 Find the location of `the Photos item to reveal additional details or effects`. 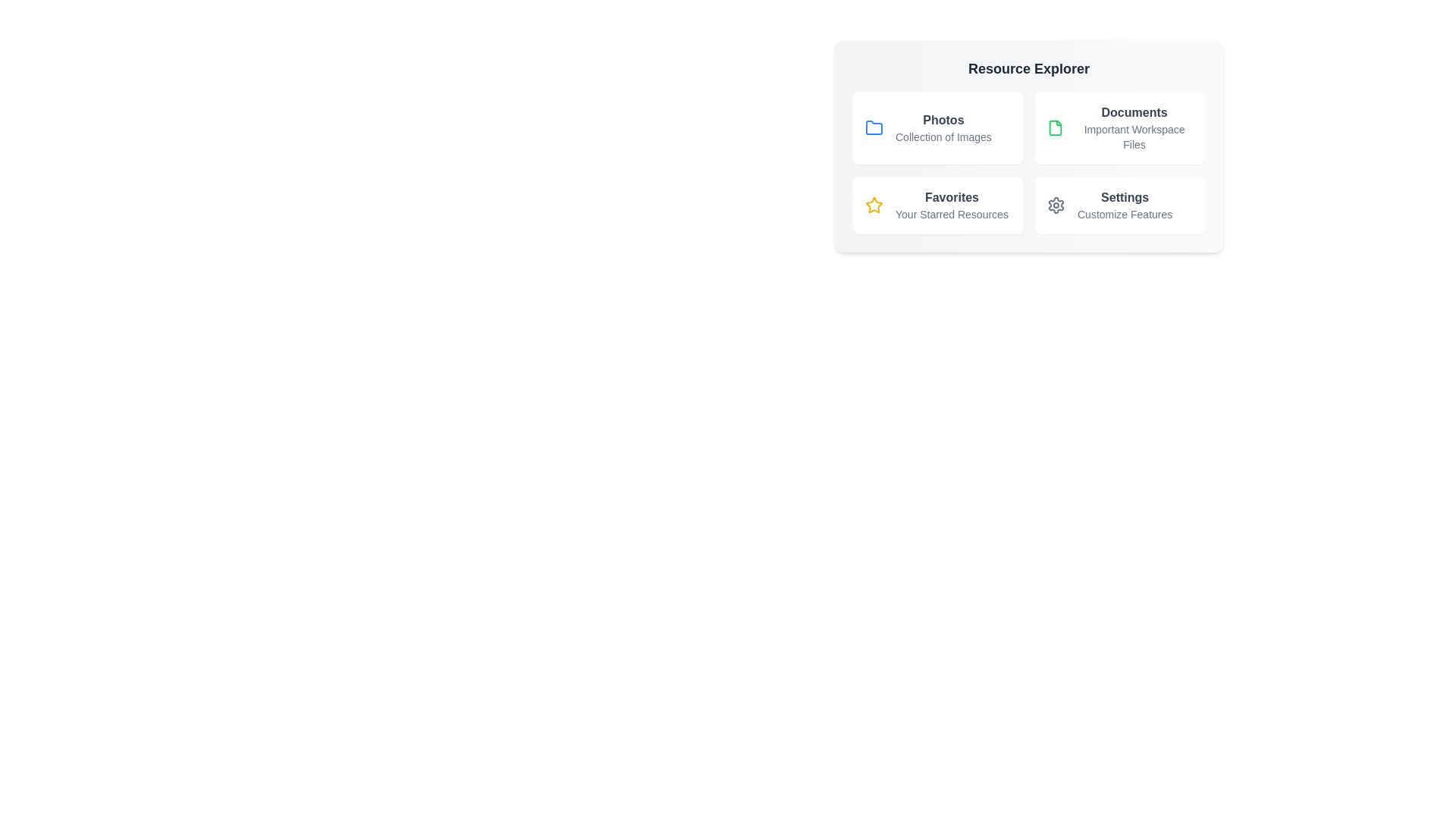

the Photos item to reveal additional details or effects is located at coordinates (937, 127).